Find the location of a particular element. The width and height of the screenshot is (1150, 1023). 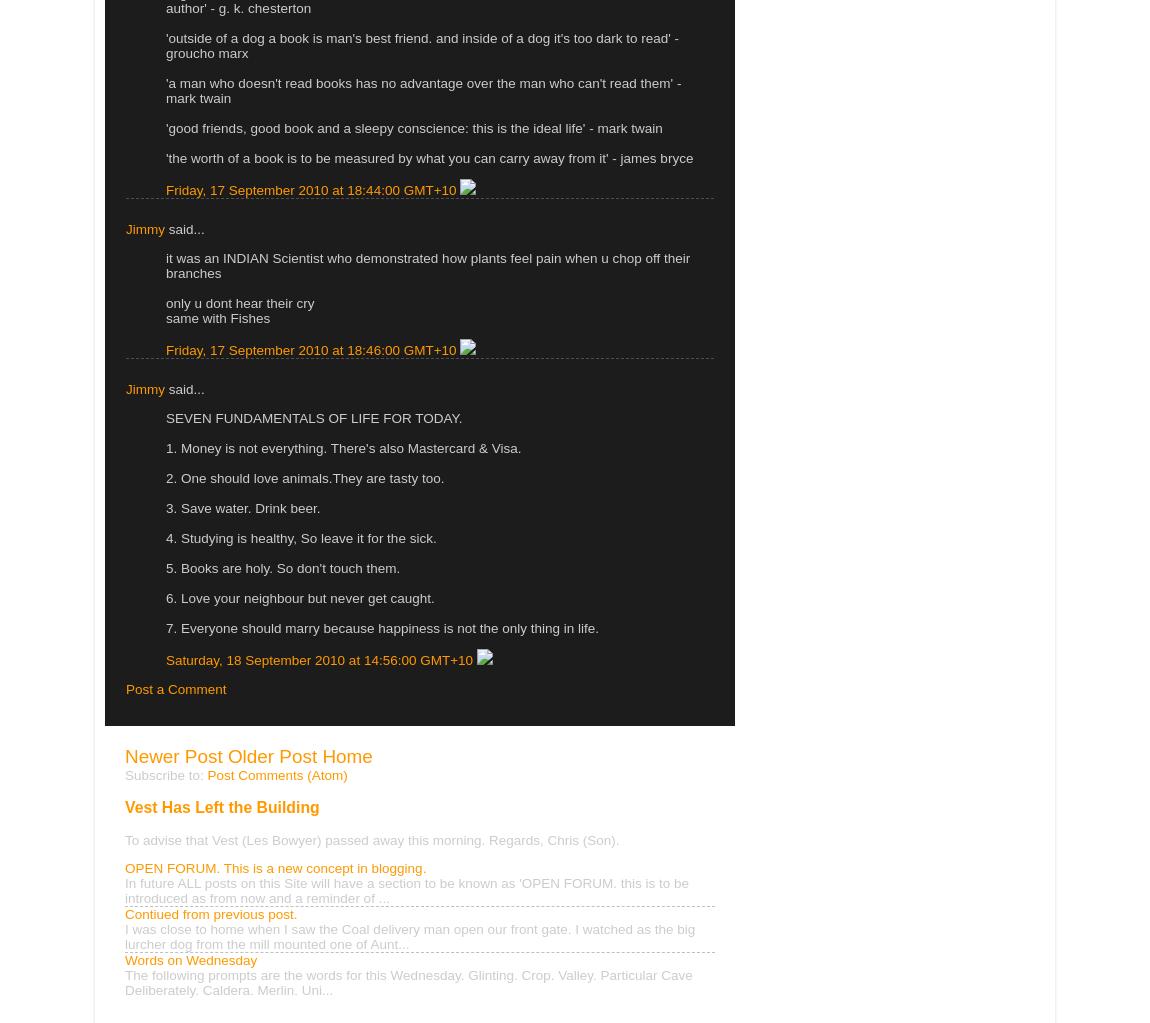

''good friends, good book and a sleepy conscience: this is the ideal life' - mark twain' is located at coordinates (414, 126).